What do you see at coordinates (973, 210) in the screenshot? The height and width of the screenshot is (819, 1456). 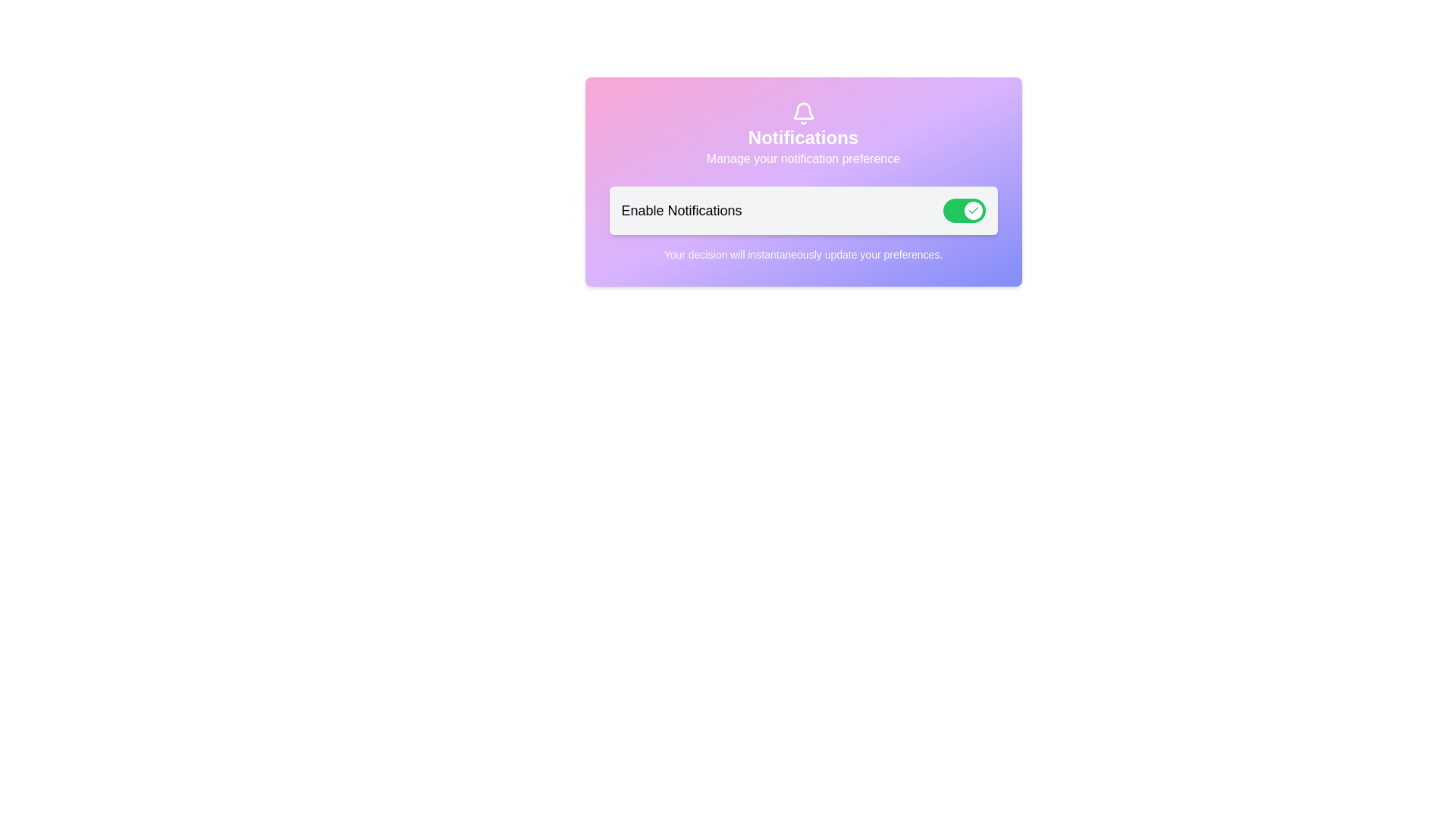 I see `the active toggle switch icon indicating that notifications are enabled, located in the middle right of the notification preferences card` at bounding box center [973, 210].